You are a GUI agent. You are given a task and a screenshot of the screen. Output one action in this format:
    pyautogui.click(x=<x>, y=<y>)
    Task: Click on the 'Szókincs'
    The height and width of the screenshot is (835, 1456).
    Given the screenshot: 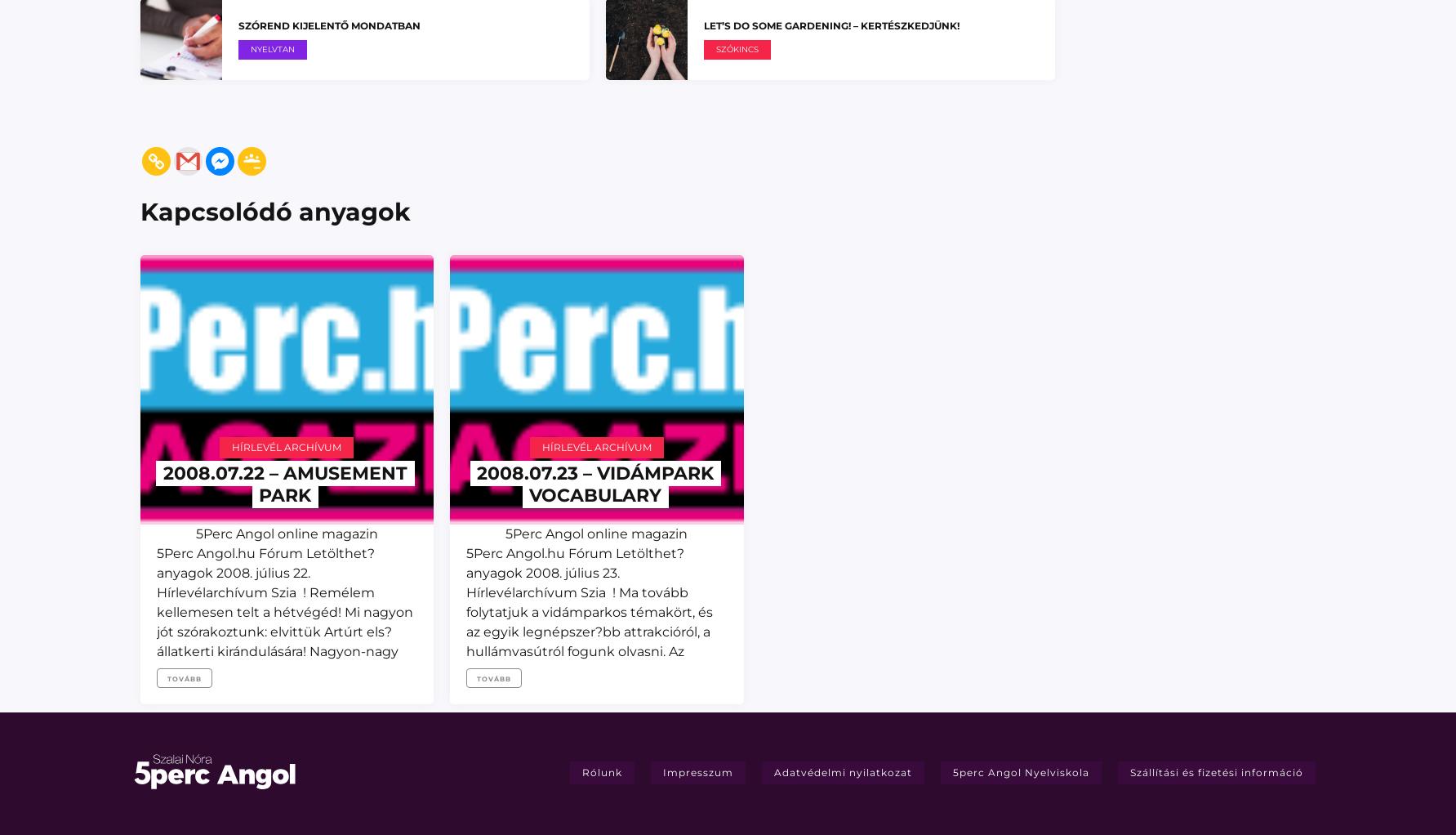 What is the action you would take?
    pyautogui.click(x=736, y=49)
    